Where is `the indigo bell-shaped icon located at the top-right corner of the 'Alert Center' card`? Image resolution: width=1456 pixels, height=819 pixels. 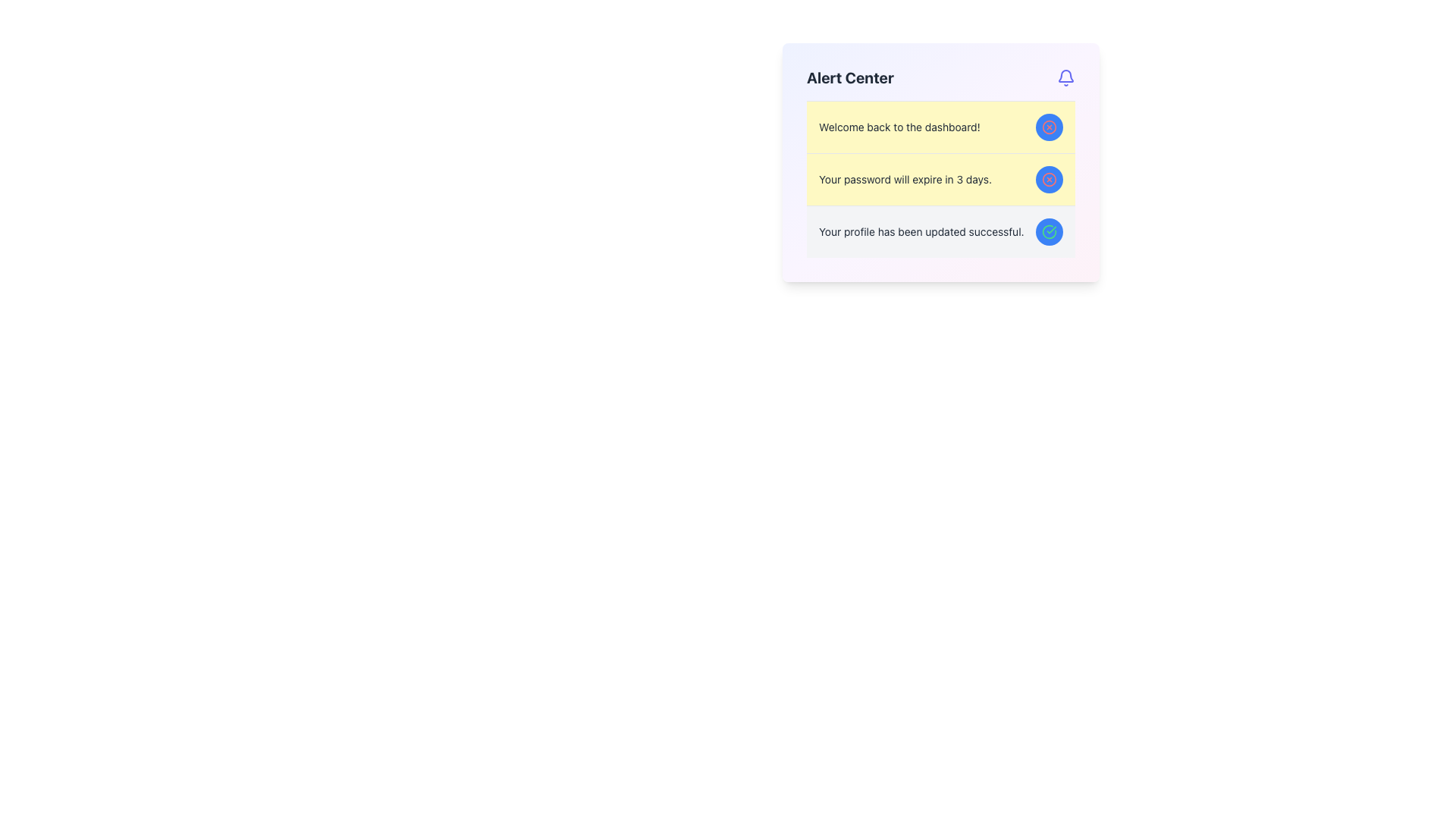 the indigo bell-shaped icon located at the top-right corner of the 'Alert Center' card is located at coordinates (1065, 78).